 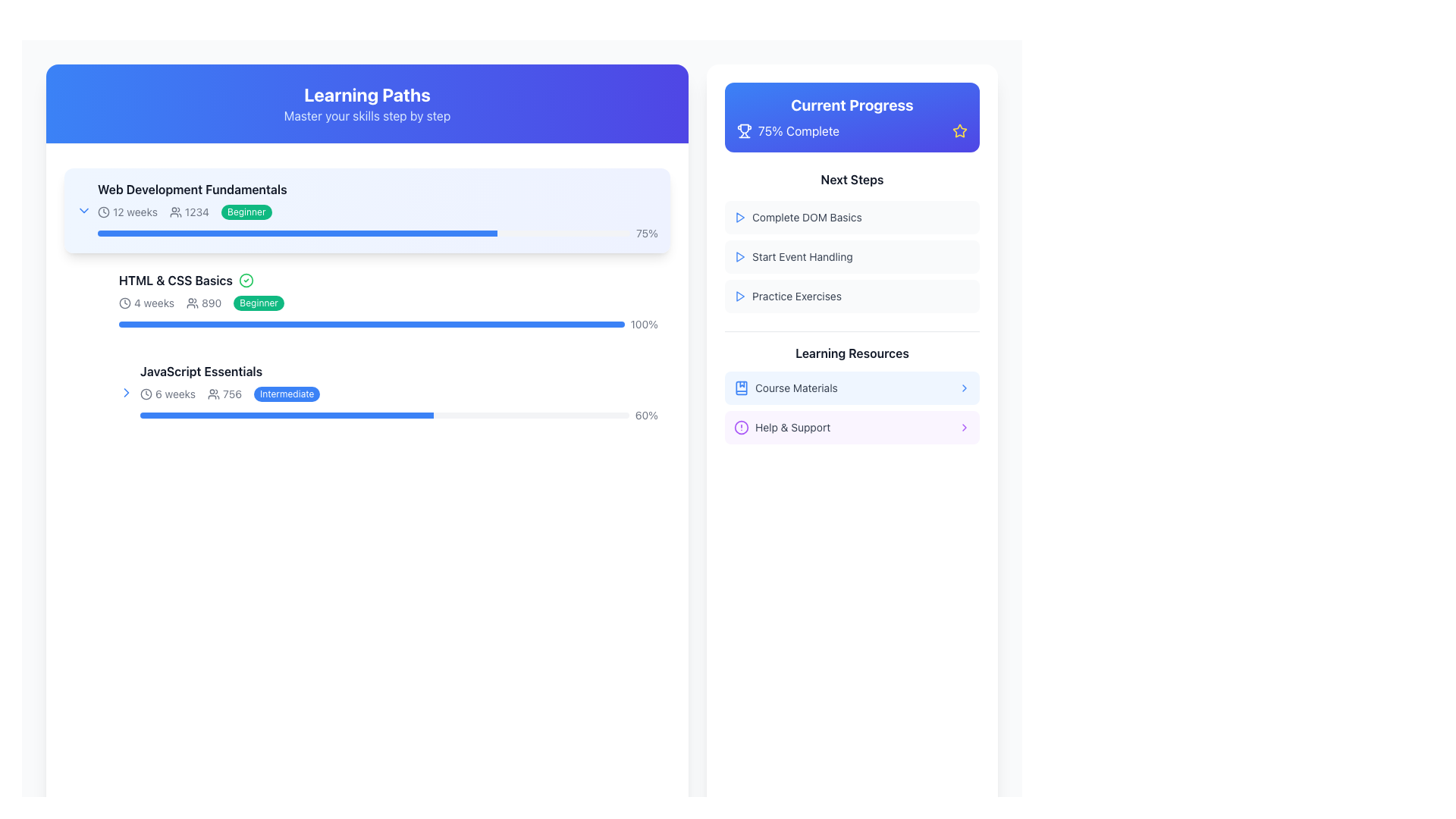 I want to click on the List item labeled 'Start Event Handling.' located in the 'Current Progress' sidebar under 'Next Steps', so click(x=852, y=256).